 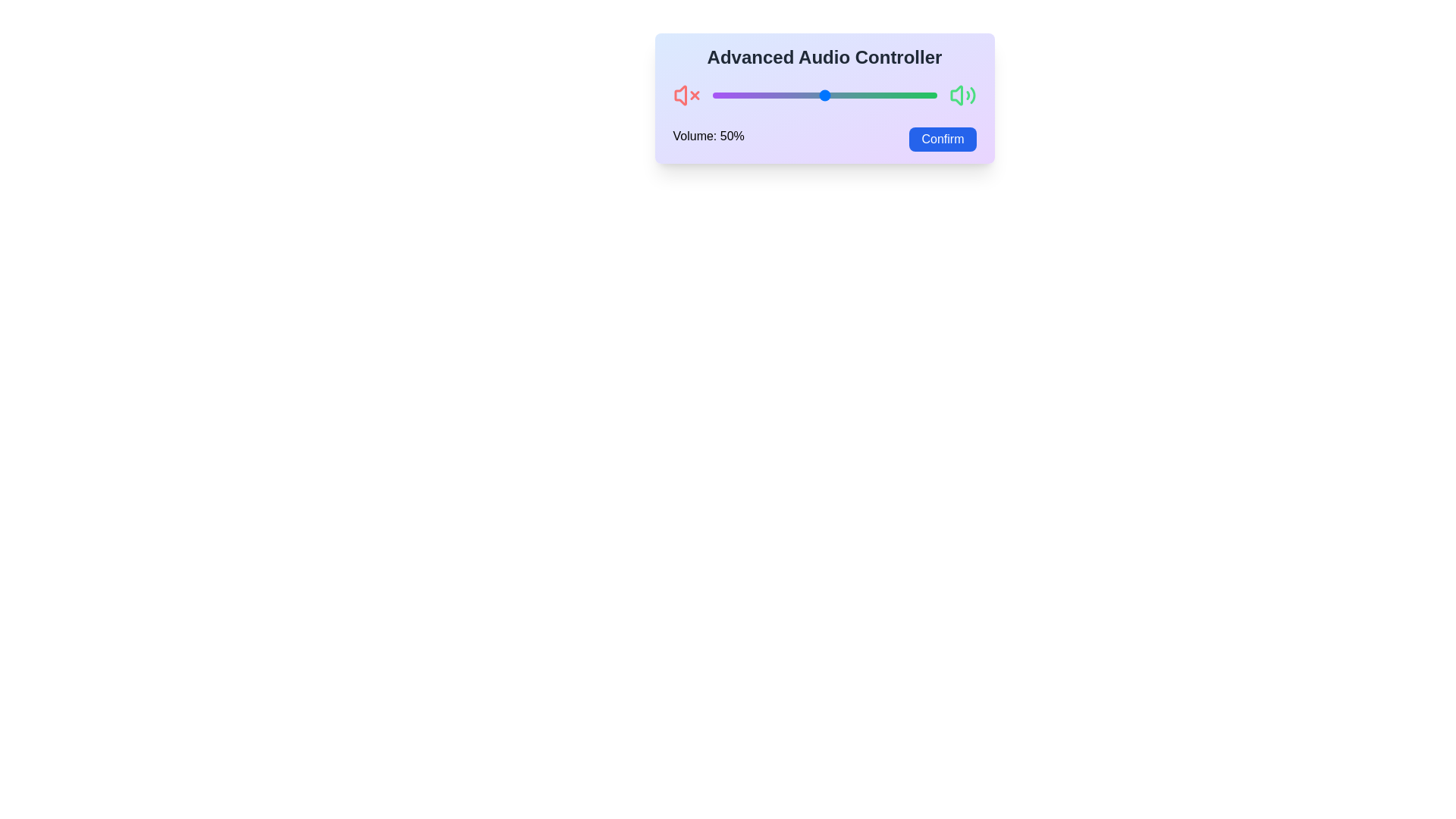 What do you see at coordinates (905, 96) in the screenshot?
I see `the volume slider to set the volume to 86%` at bounding box center [905, 96].